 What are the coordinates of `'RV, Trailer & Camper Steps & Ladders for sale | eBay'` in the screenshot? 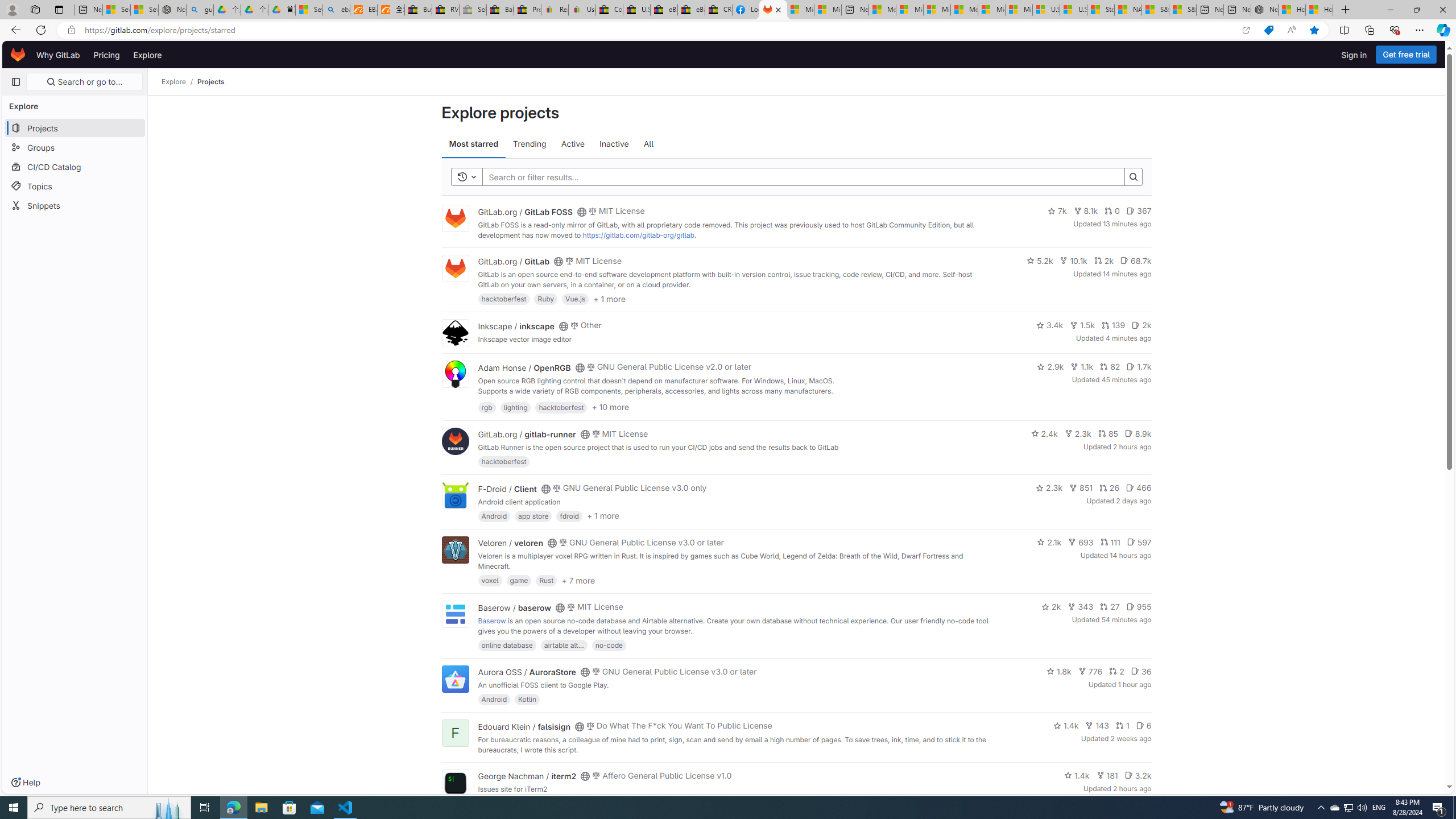 It's located at (445, 9).